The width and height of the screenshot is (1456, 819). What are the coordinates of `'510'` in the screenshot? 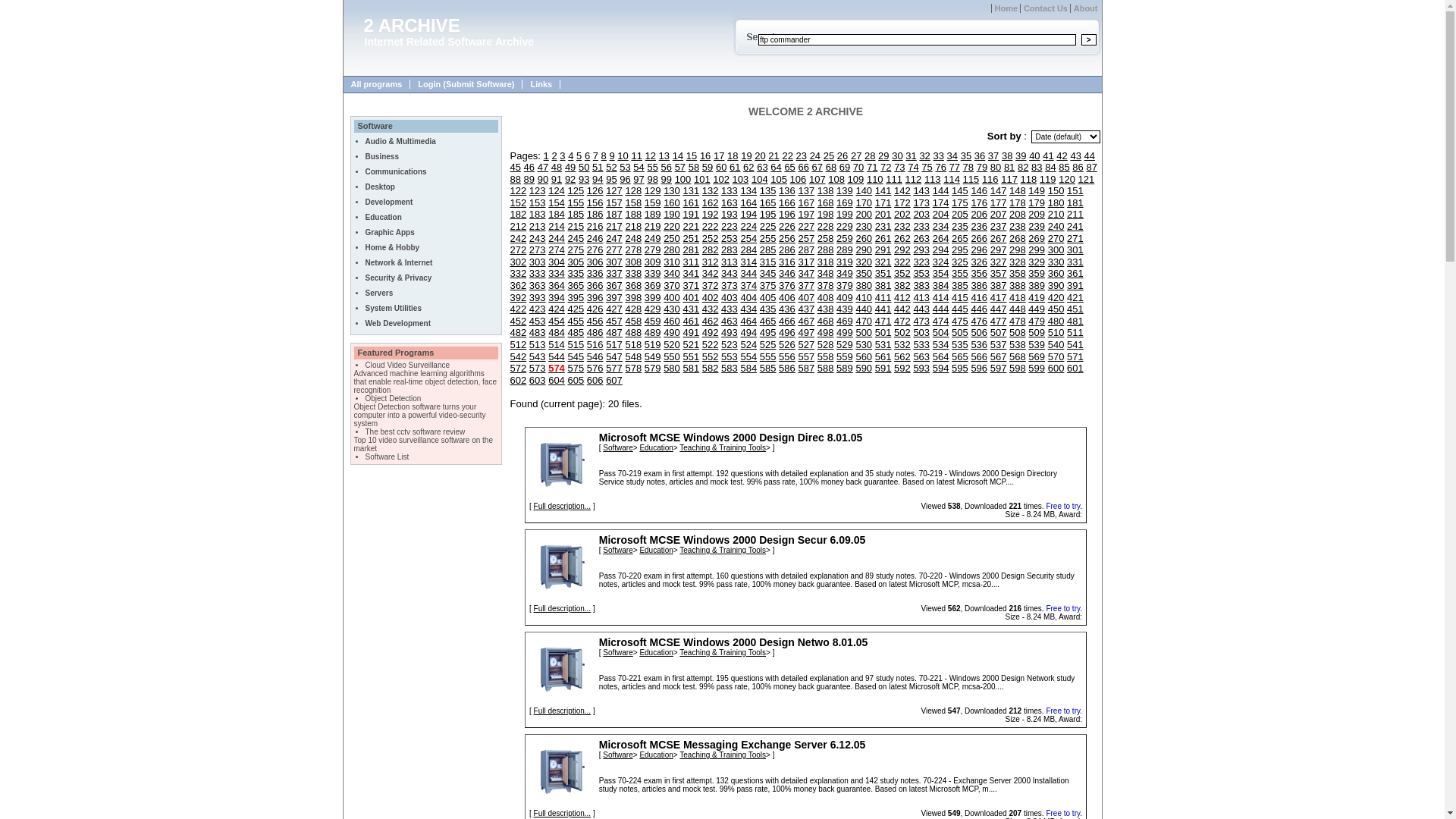 It's located at (1055, 331).